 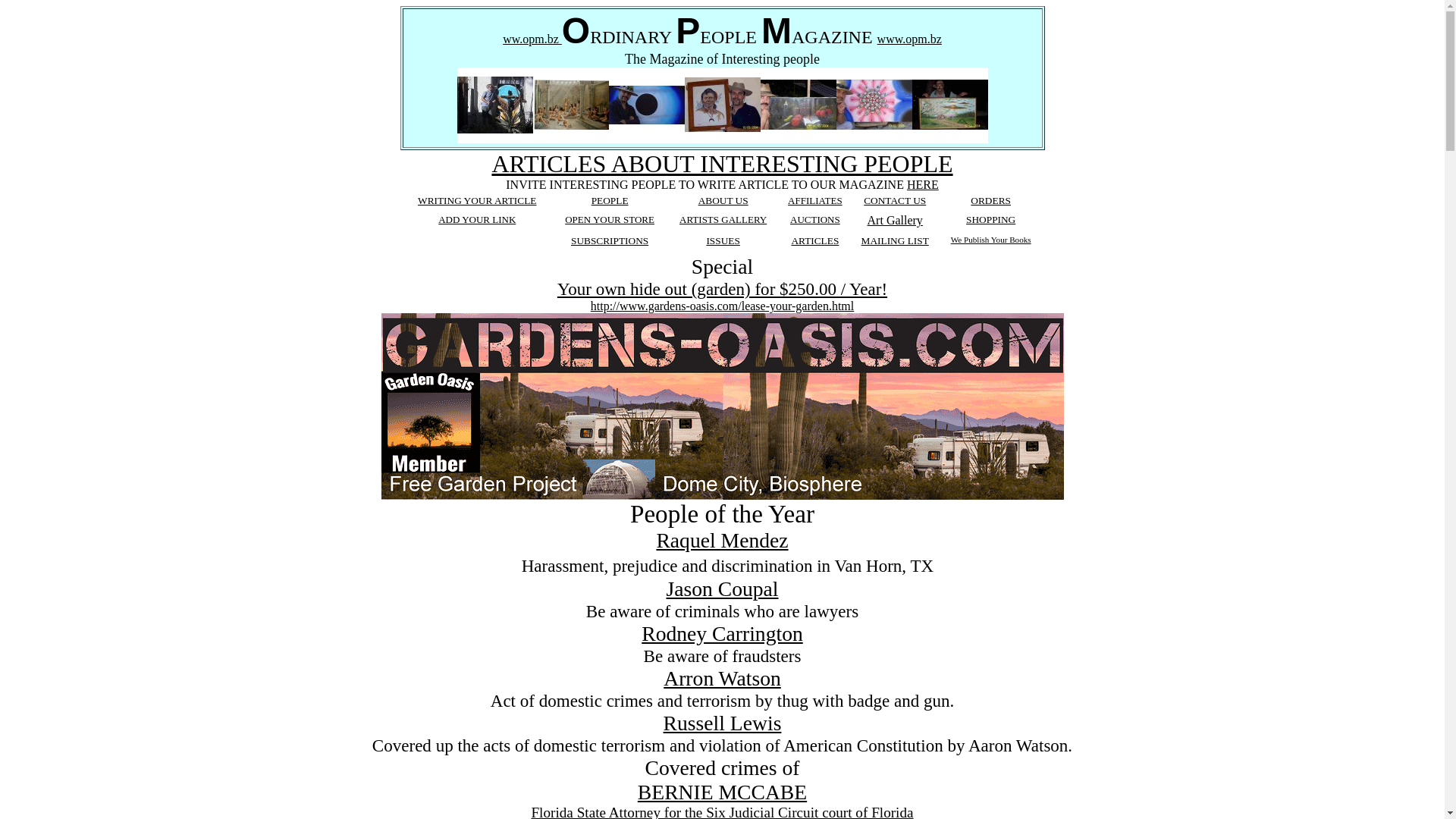 I want to click on 'WRITING YOUR ARTICLE', so click(x=475, y=199).